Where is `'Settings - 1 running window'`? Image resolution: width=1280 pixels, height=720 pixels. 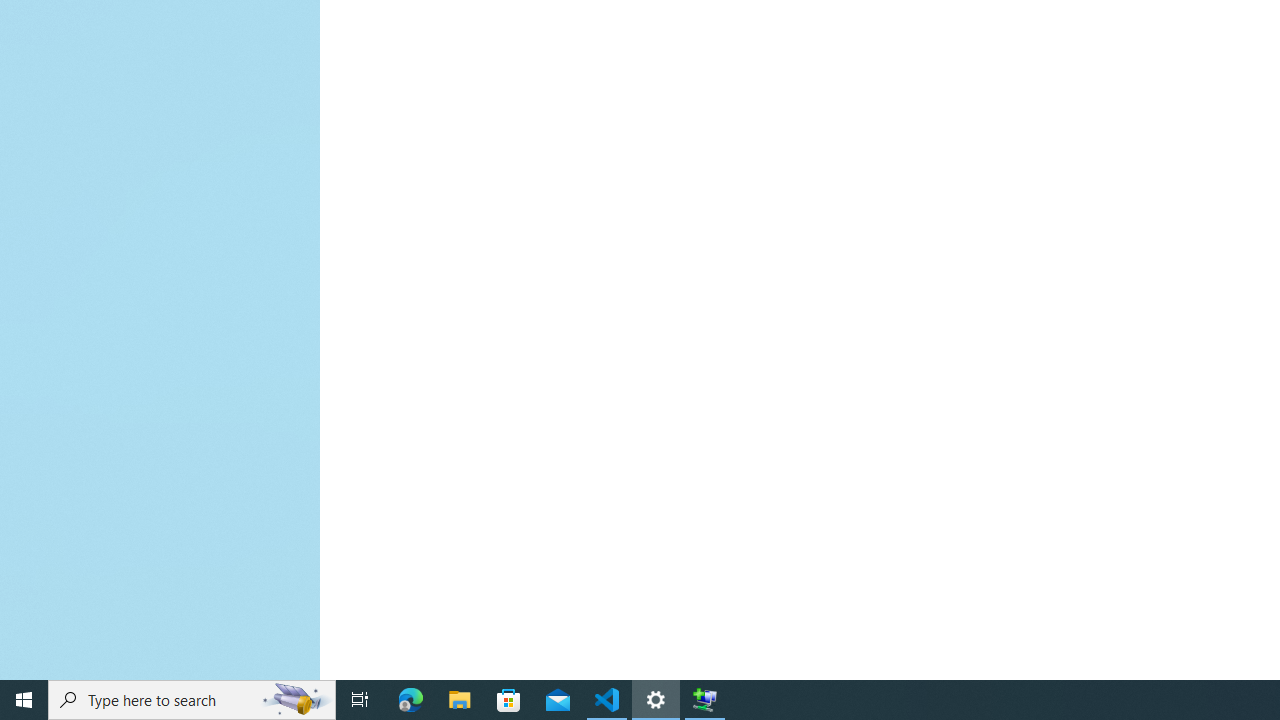
'Settings - 1 running window' is located at coordinates (656, 698).